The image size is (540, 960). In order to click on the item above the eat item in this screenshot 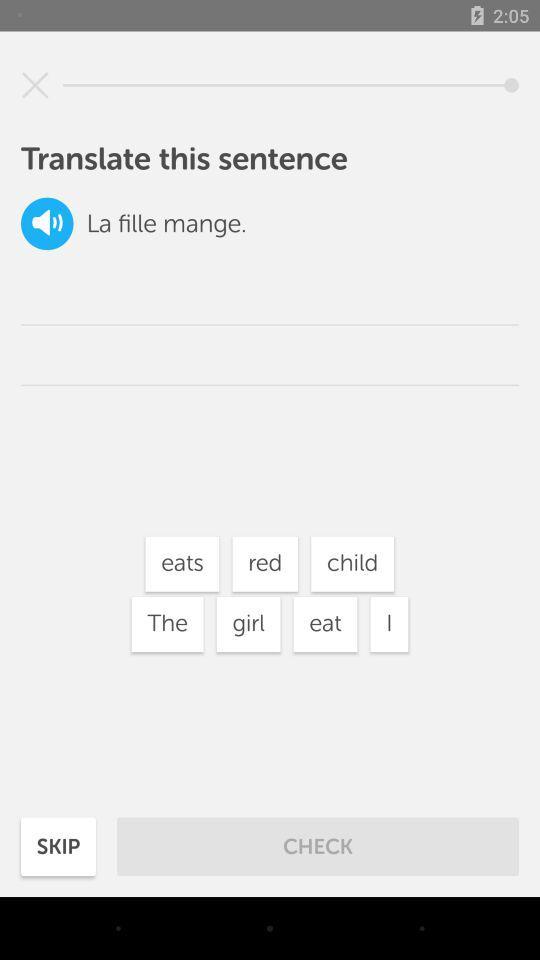, I will do `click(351, 564)`.